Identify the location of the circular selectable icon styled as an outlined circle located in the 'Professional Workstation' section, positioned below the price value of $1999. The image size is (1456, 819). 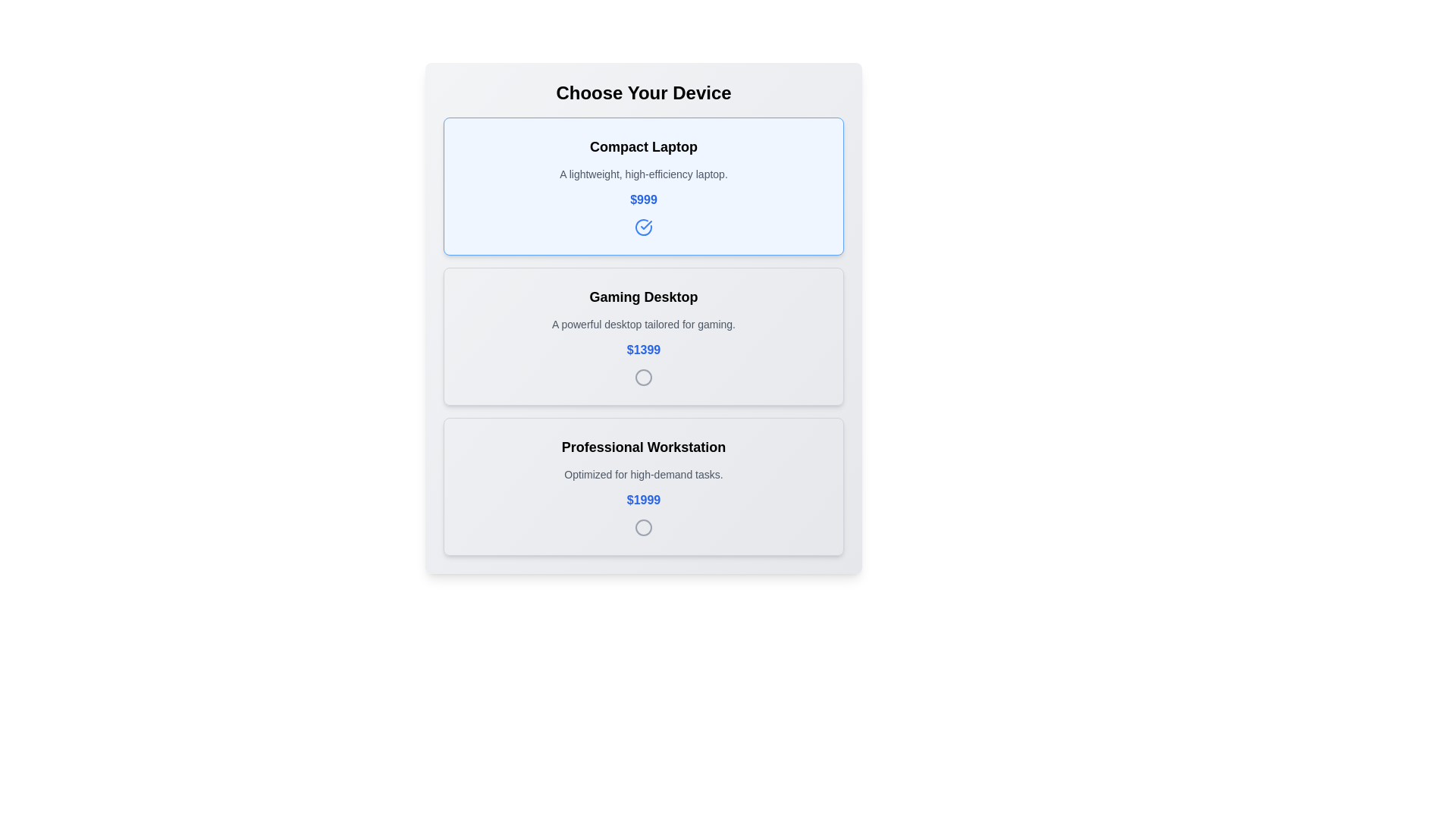
(644, 526).